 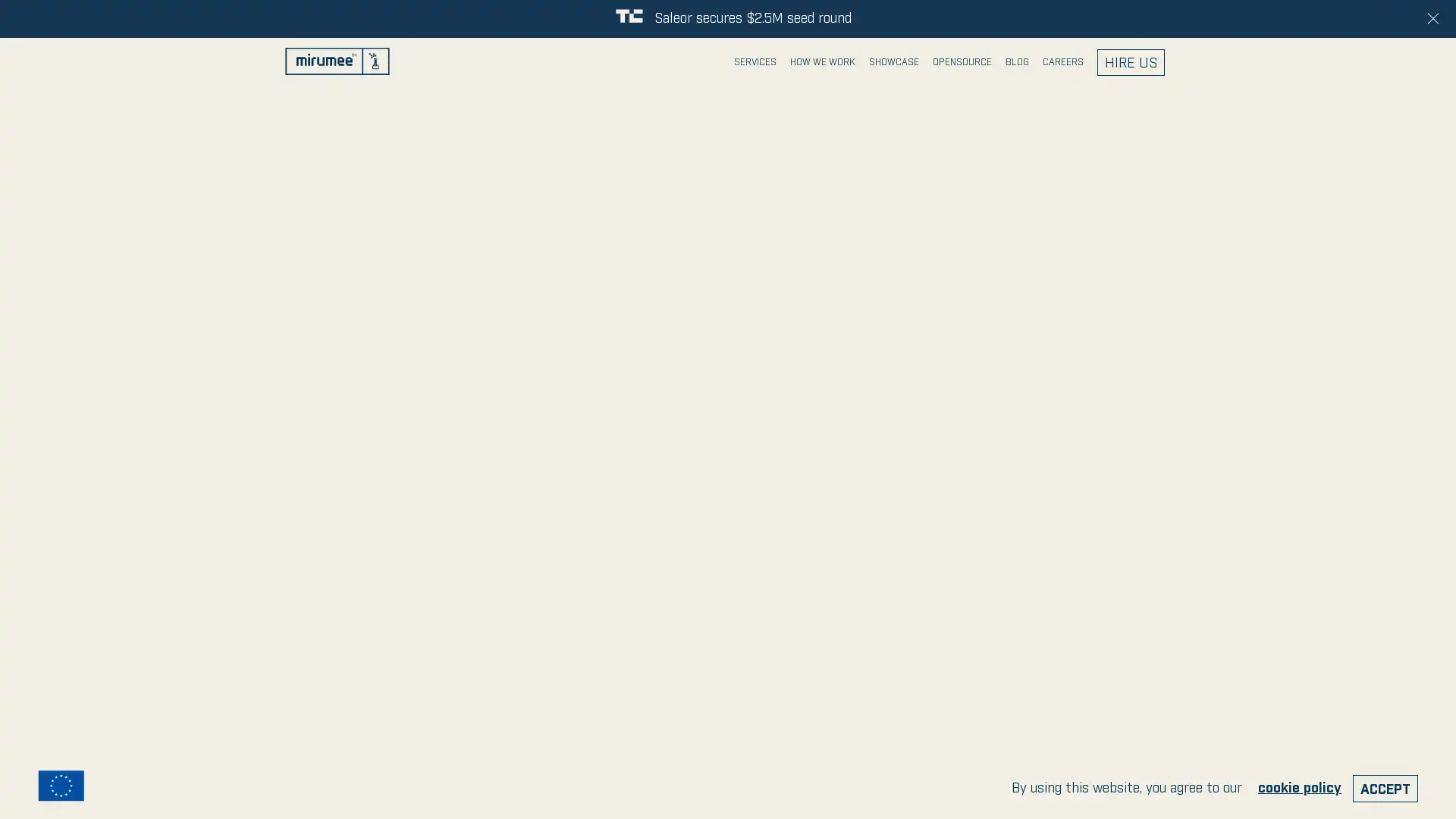 I want to click on send, so click(x=494, y=611).